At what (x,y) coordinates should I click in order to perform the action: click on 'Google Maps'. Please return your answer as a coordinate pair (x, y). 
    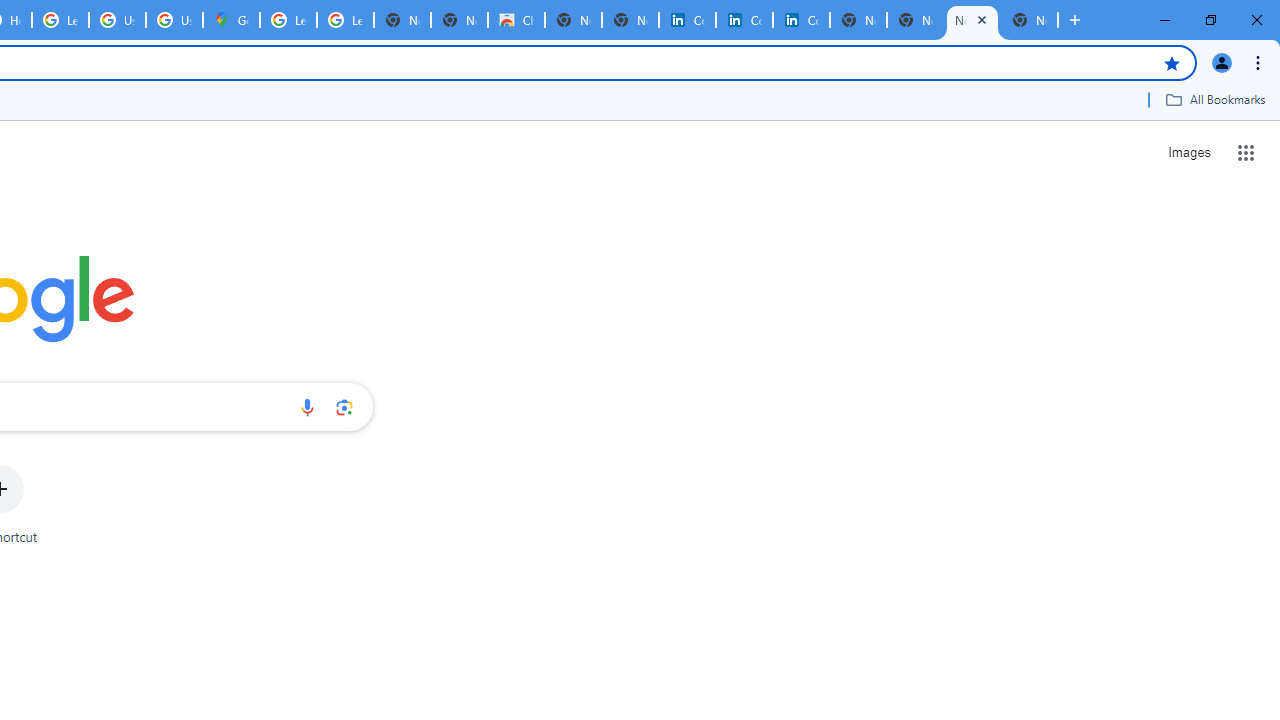
    Looking at the image, I should click on (231, 20).